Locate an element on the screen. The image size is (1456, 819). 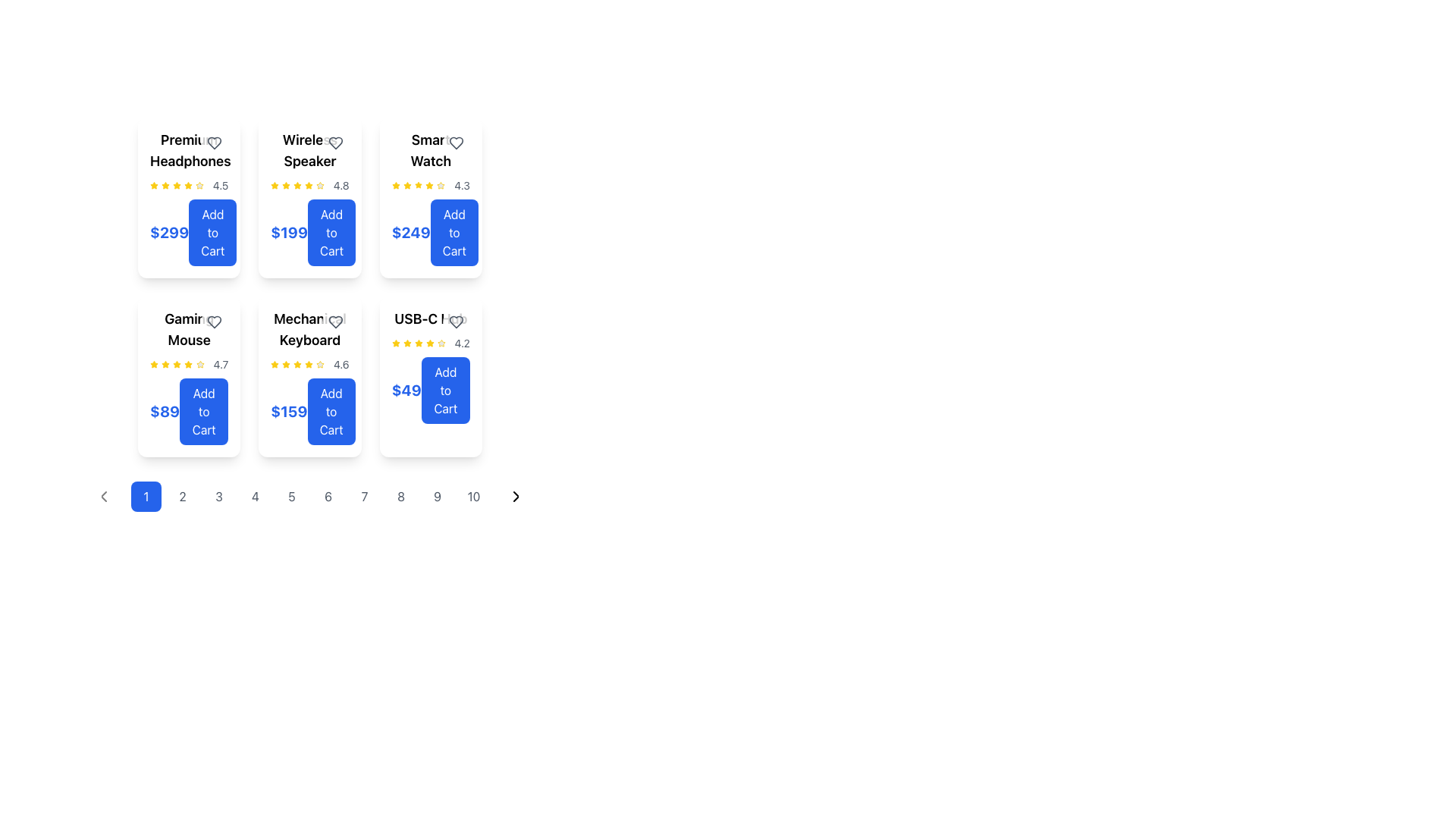
the second star icon in the rating system for the 'Gaming Mouse' product, which is styled with a yellow fill and border, located in the second row, first column of the grid layout is located at coordinates (177, 364).